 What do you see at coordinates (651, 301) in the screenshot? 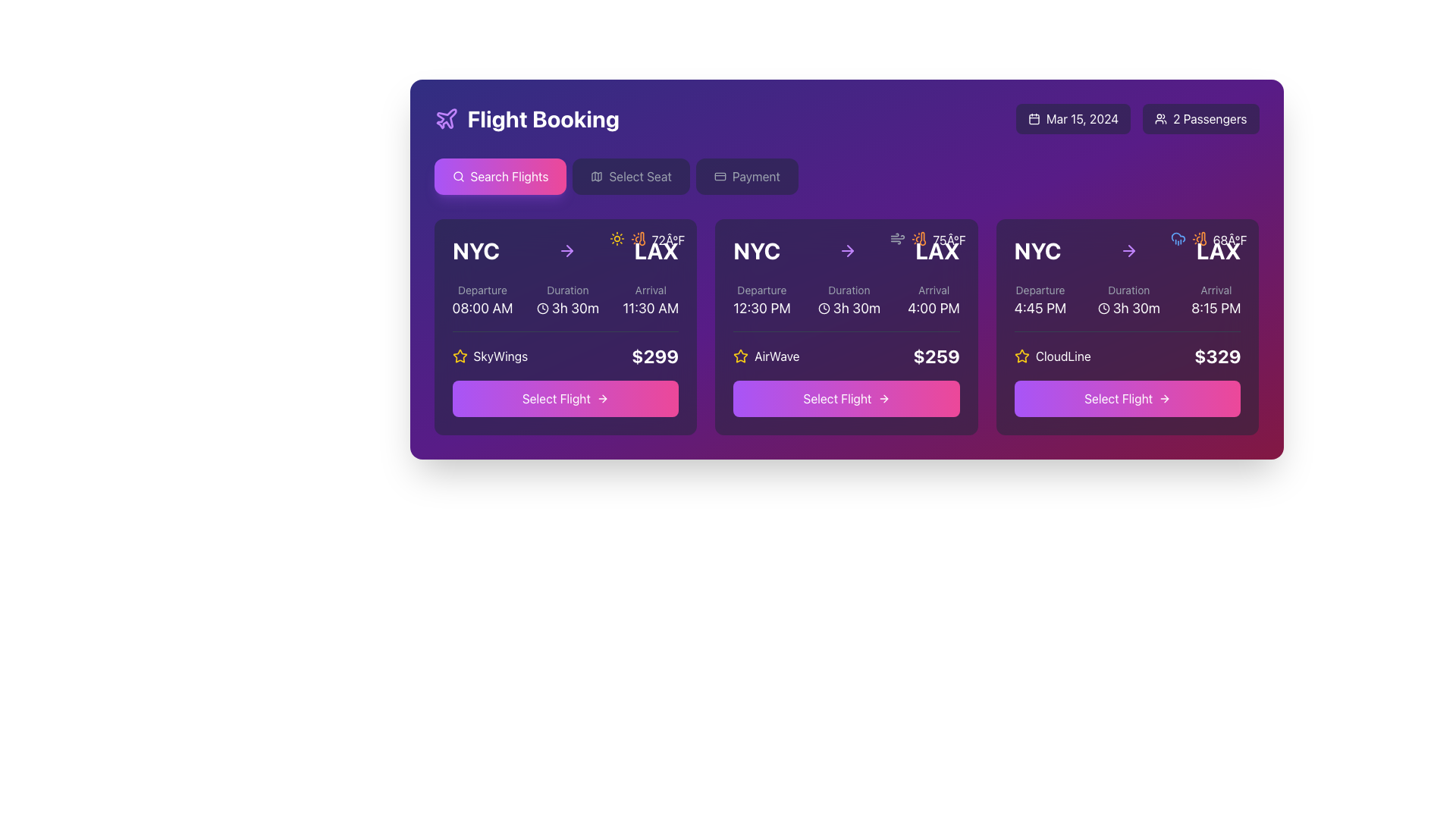
I see `the 'Arrival time' text label located in the bottom right of the first flight itinerary card, which is beneath the 'Duration' section and to the left of the price` at bounding box center [651, 301].